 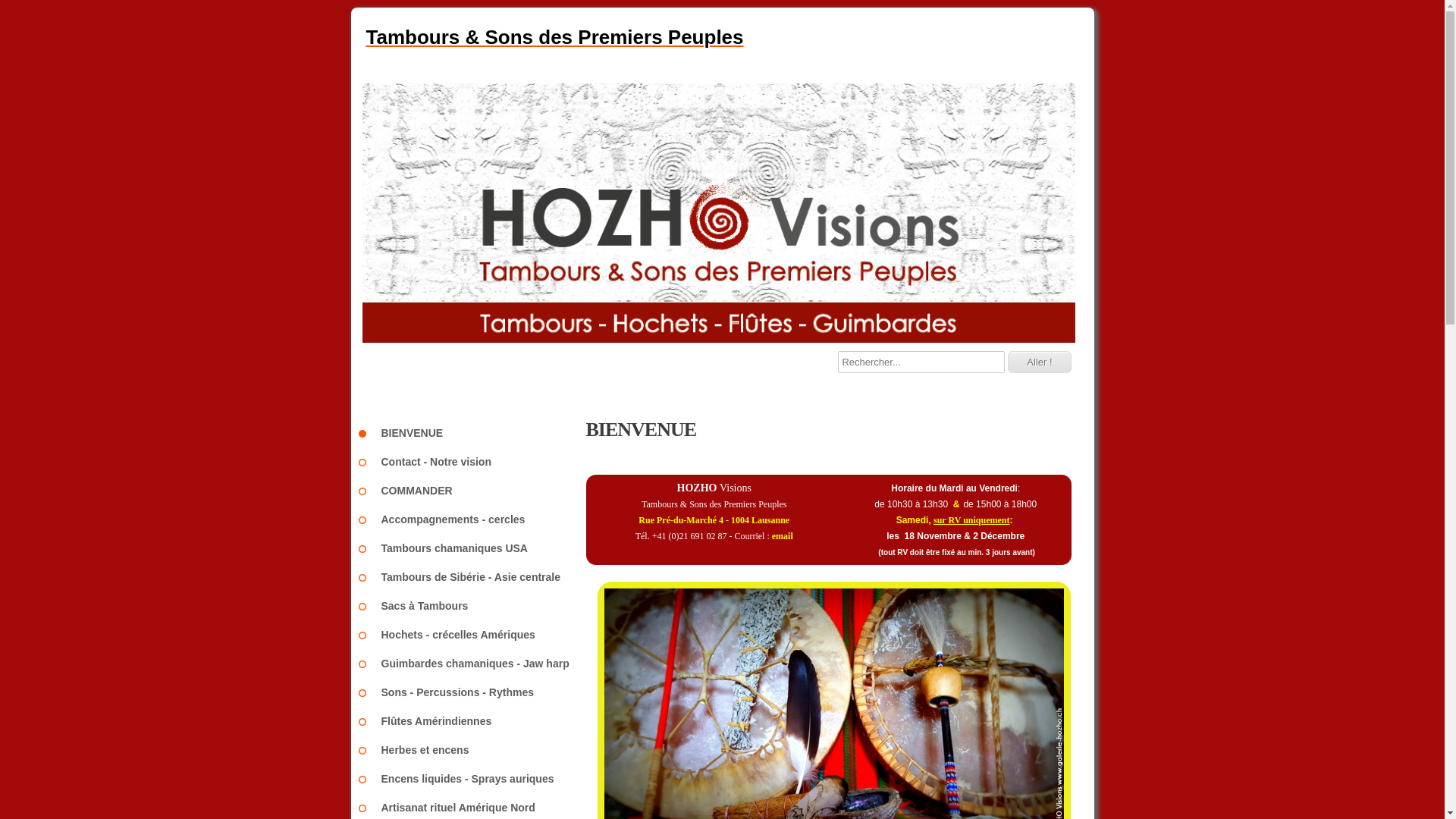 I want to click on 'Tambours chamaniques USA', so click(x=471, y=548).